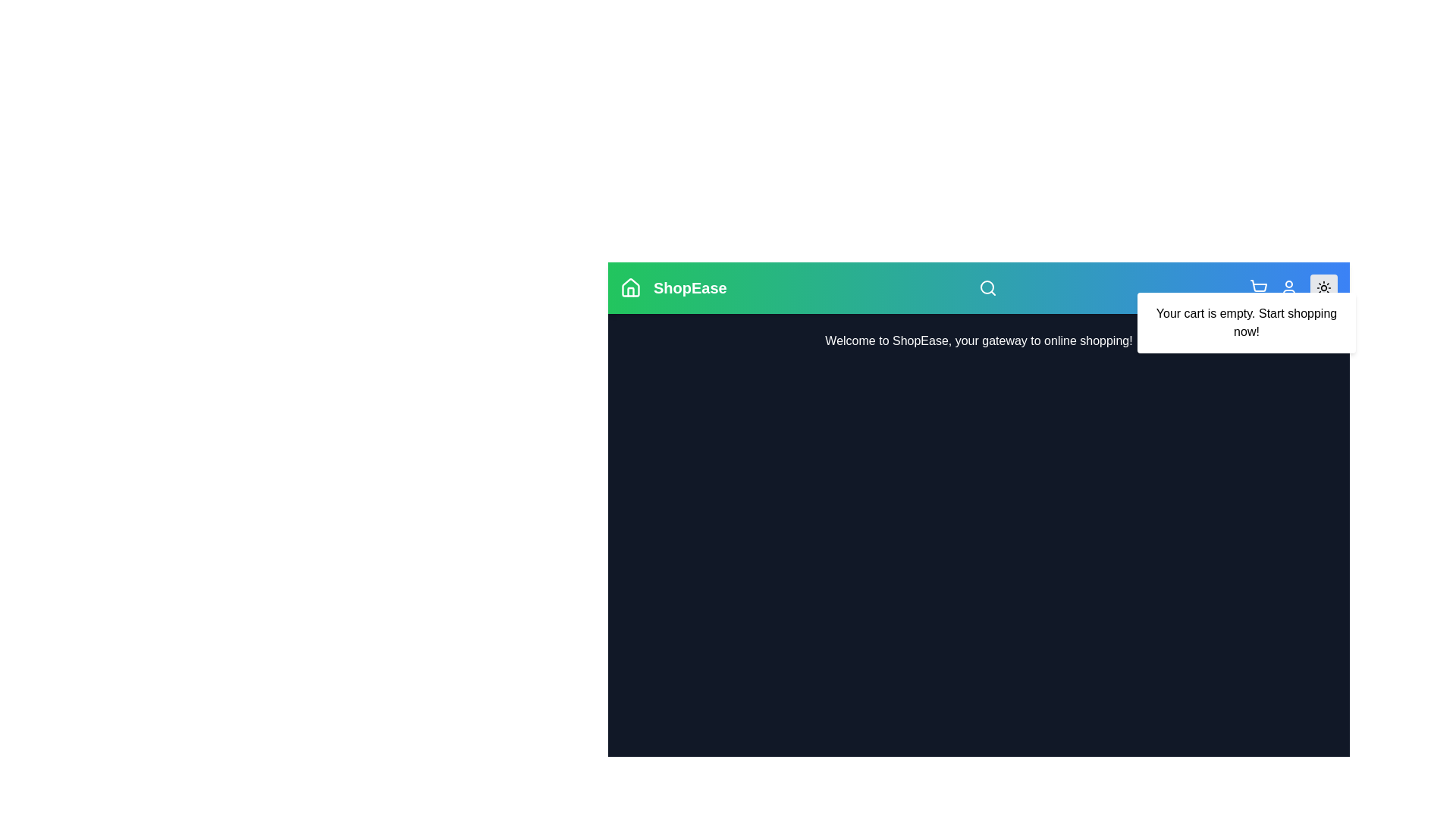 This screenshot has height=819, width=1456. Describe the element at coordinates (979, 341) in the screenshot. I see `the 'Welcome to ShopEase' text to select it` at that location.